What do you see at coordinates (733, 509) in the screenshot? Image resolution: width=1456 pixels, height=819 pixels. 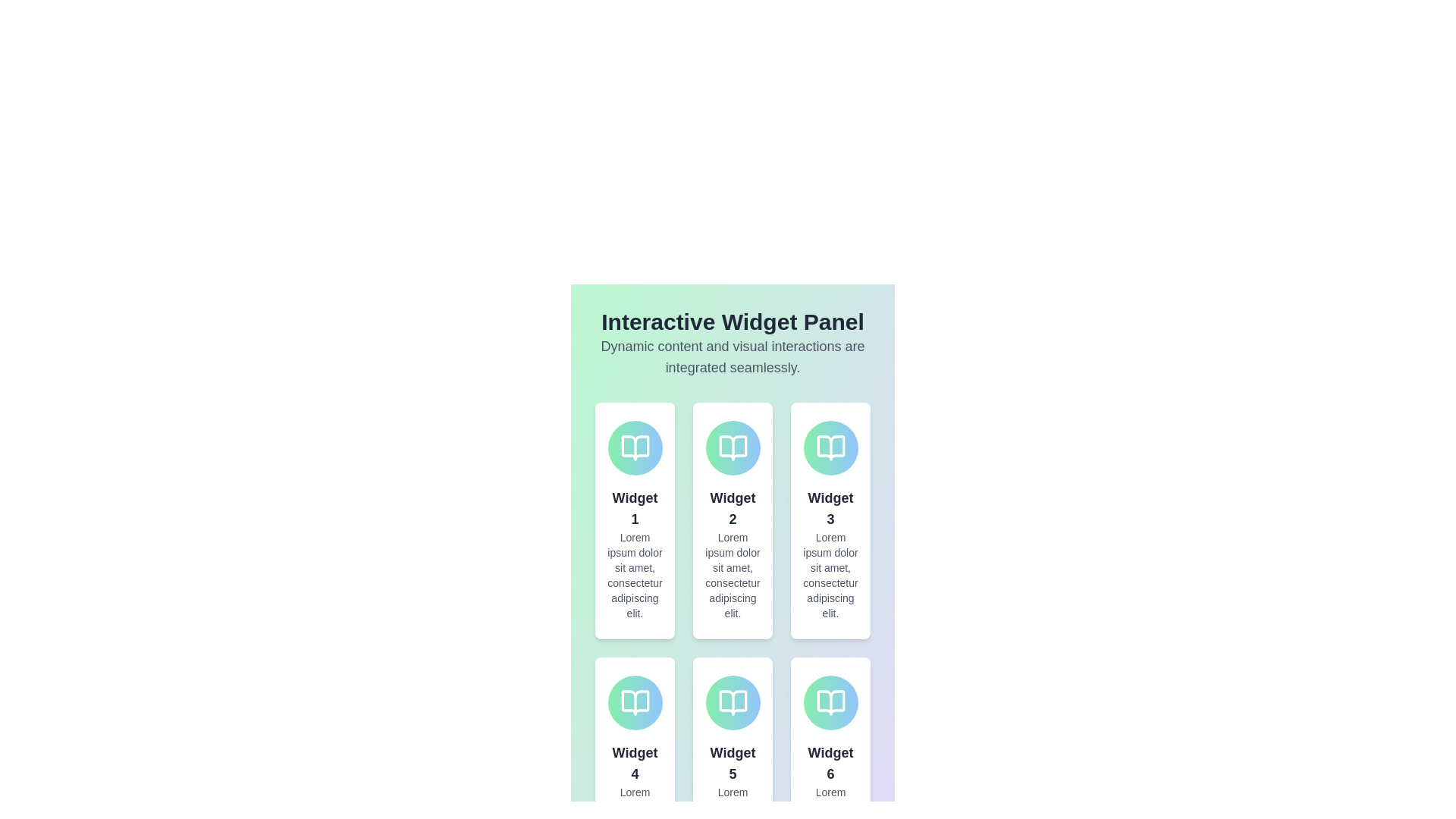 I see `text 'Widget 2' from the second text element inside the card layout in the first row, which is styled in a large and bold font with a gray color` at bounding box center [733, 509].